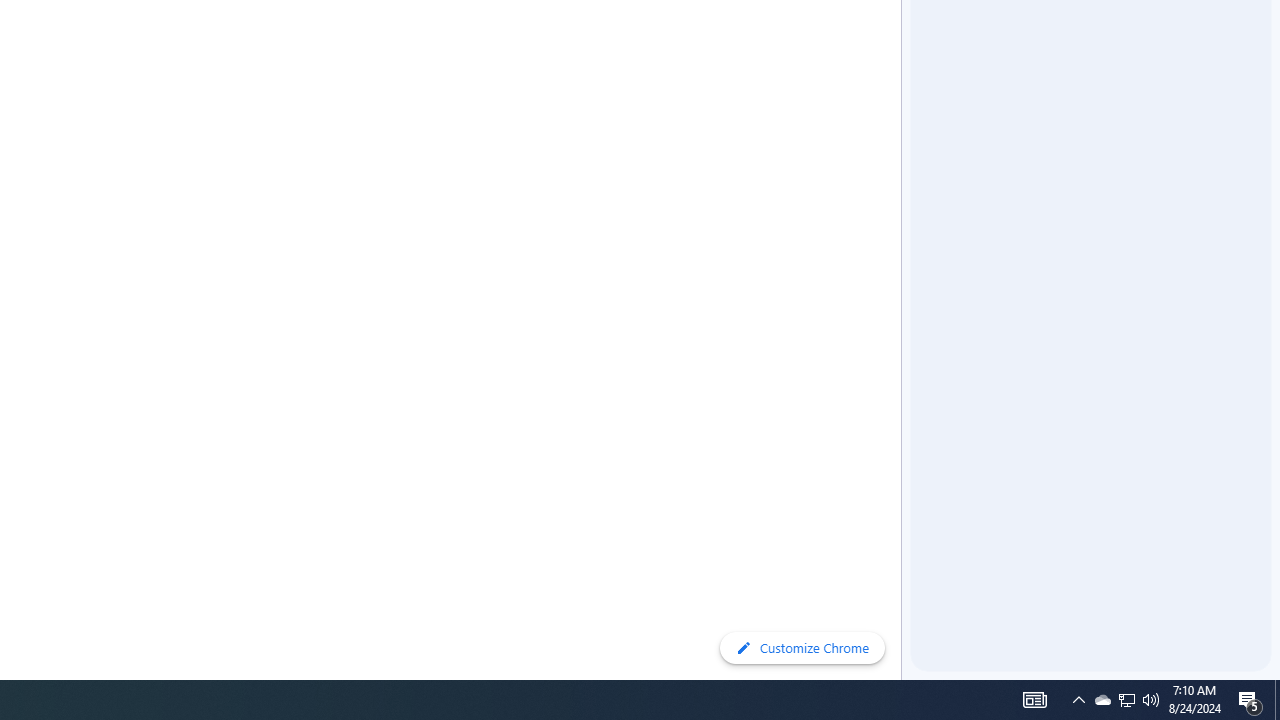 This screenshot has width=1280, height=720. Describe the element at coordinates (801, 648) in the screenshot. I see `'Customize Chrome'` at that location.